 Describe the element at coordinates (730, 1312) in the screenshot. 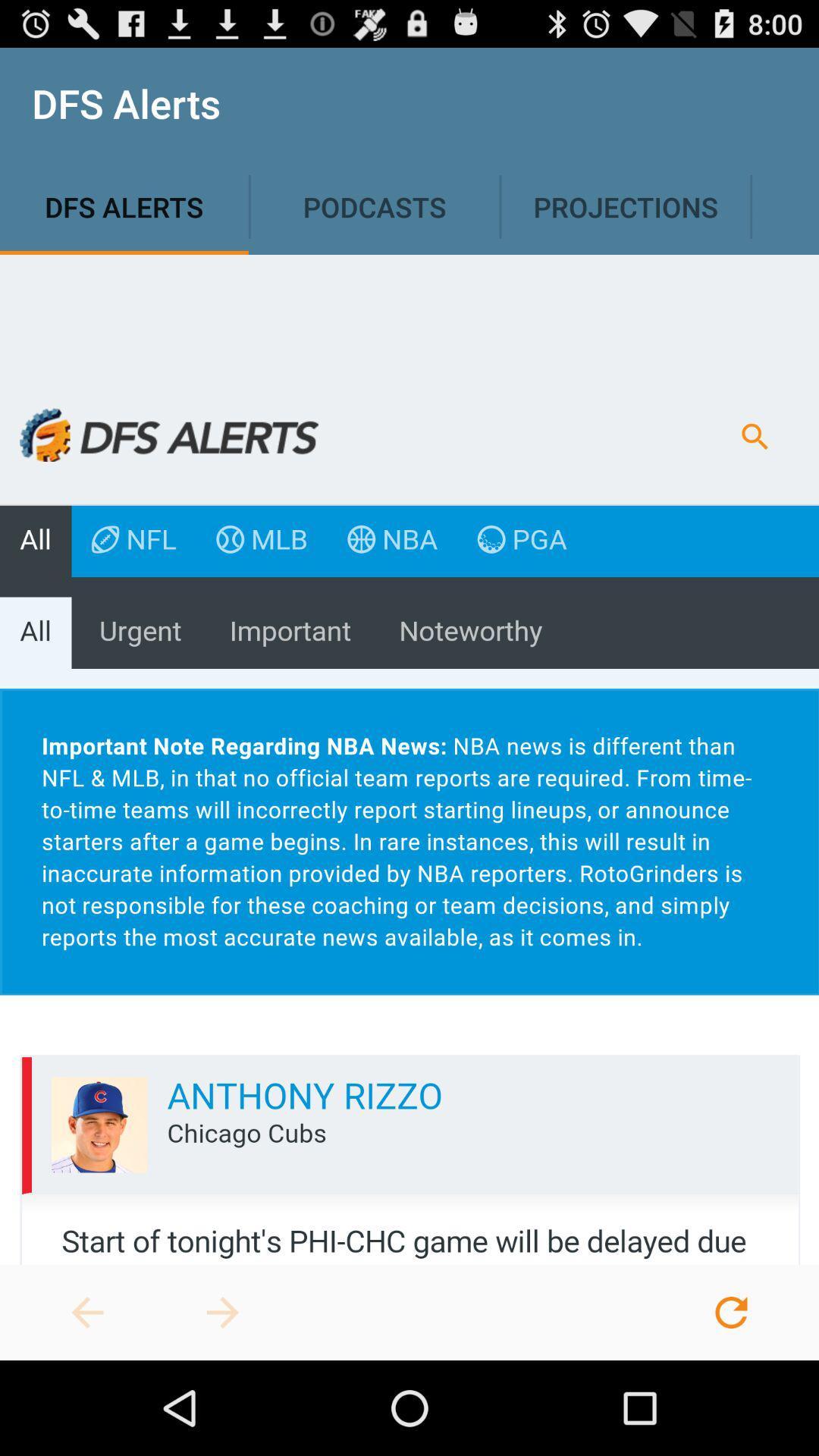

I see `reload` at that location.